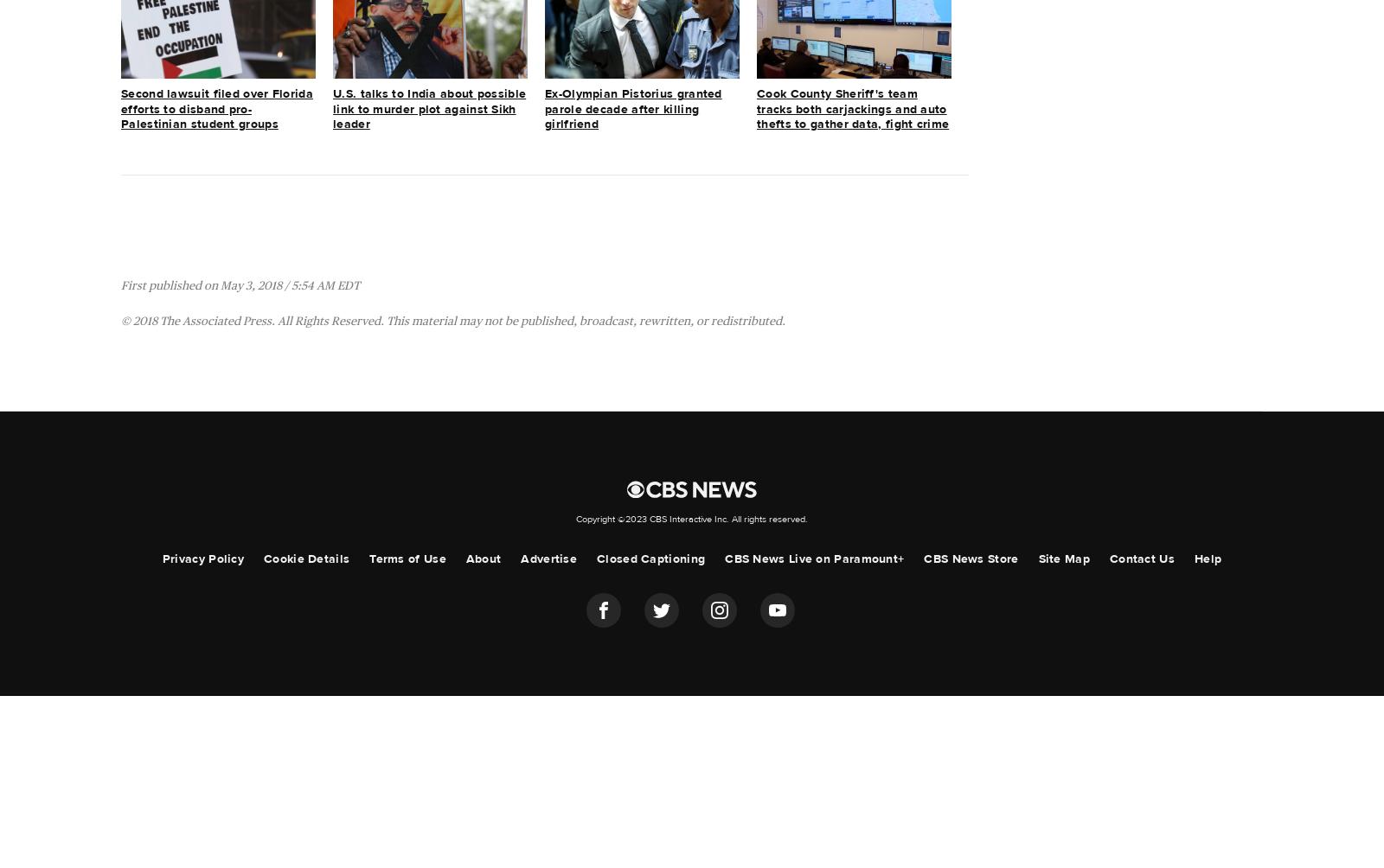 This screenshot has height=868, width=1384. Describe the element at coordinates (692, 518) in the screenshot. I see `'Copyright ©2023 CBS Interactive Inc. All rights reserved.'` at that location.